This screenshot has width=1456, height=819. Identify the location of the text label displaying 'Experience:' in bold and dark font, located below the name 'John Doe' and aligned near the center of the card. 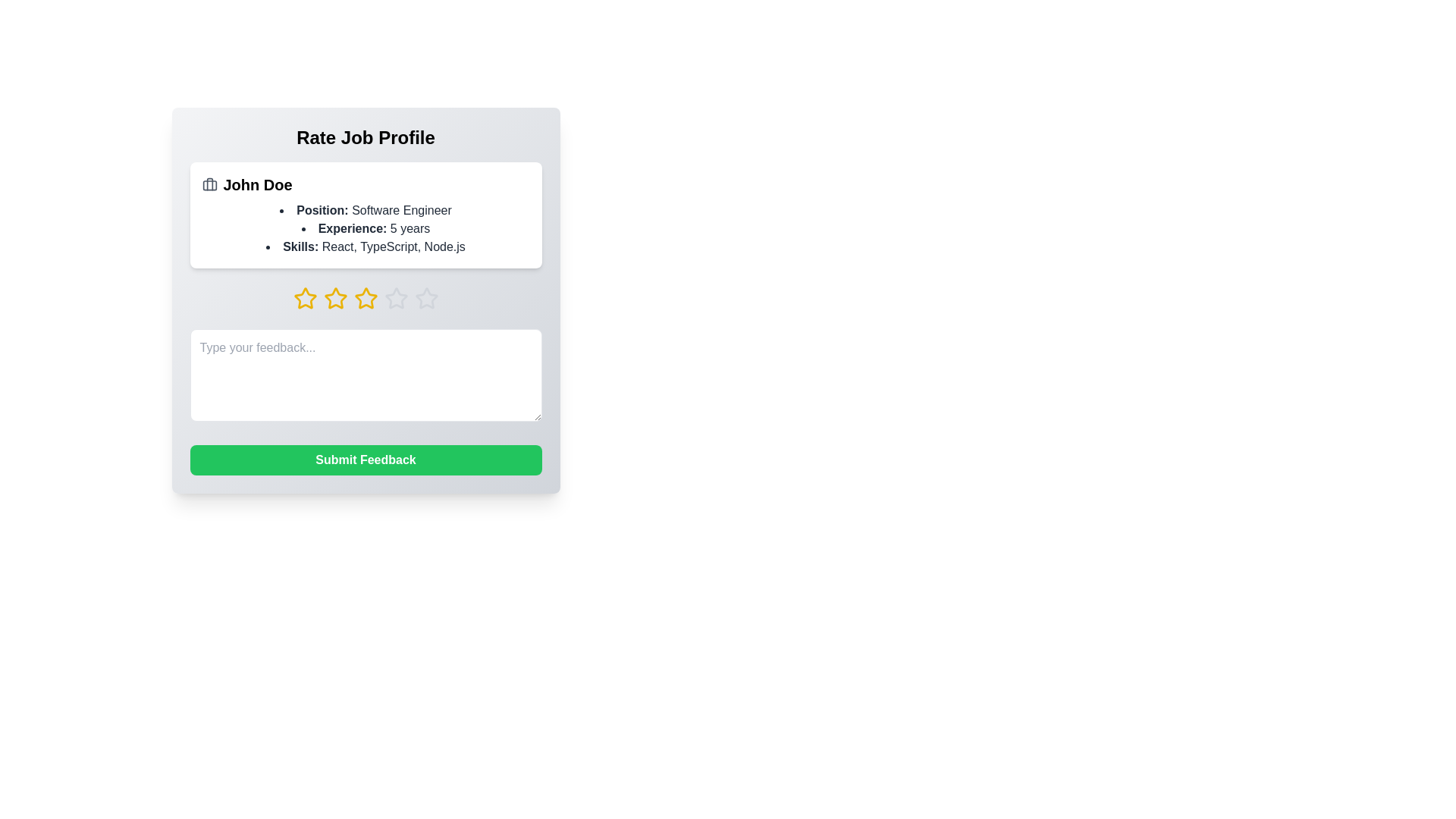
(352, 228).